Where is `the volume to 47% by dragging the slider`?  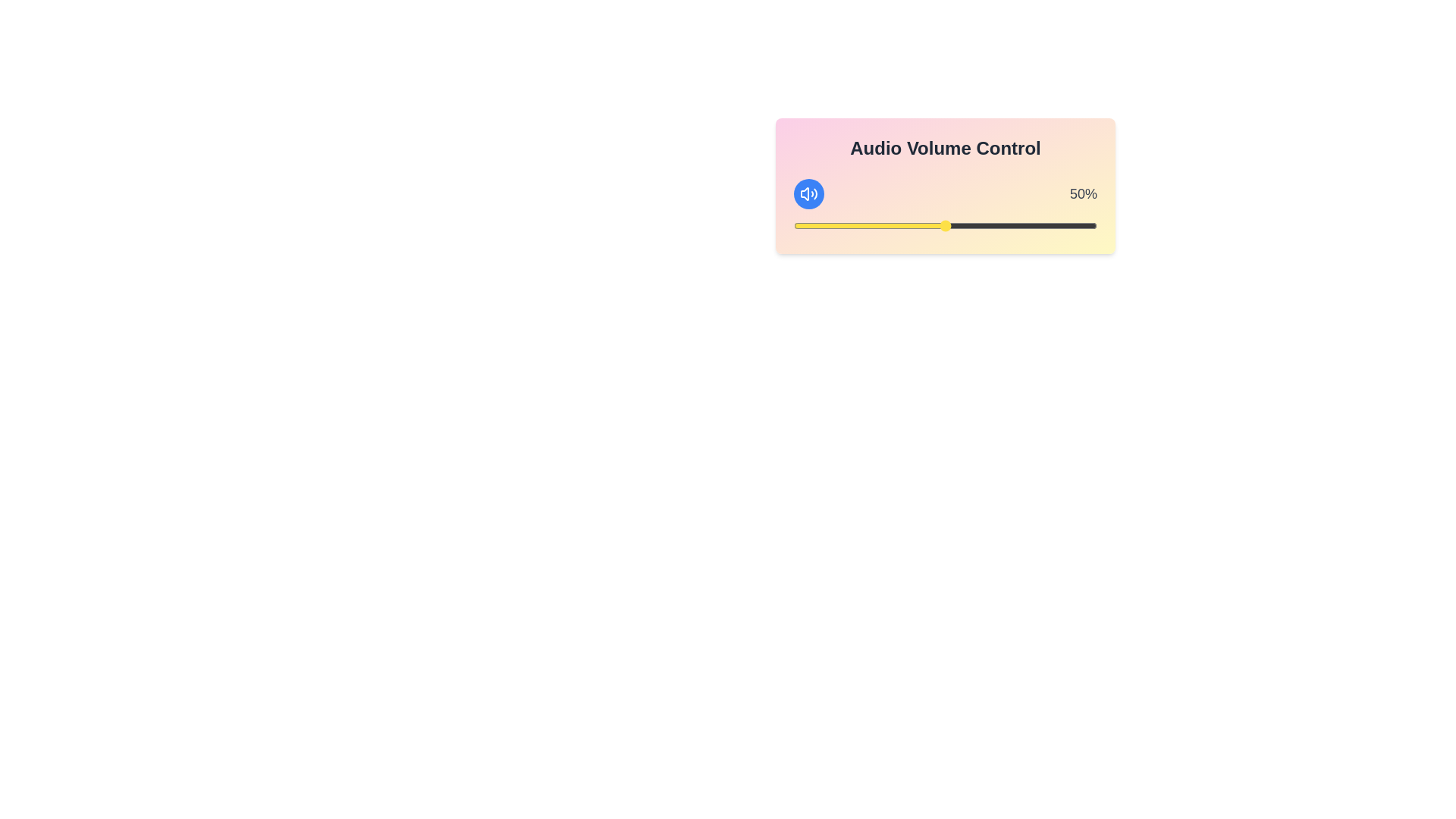
the volume to 47% by dragging the slider is located at coordinates (935, 225).